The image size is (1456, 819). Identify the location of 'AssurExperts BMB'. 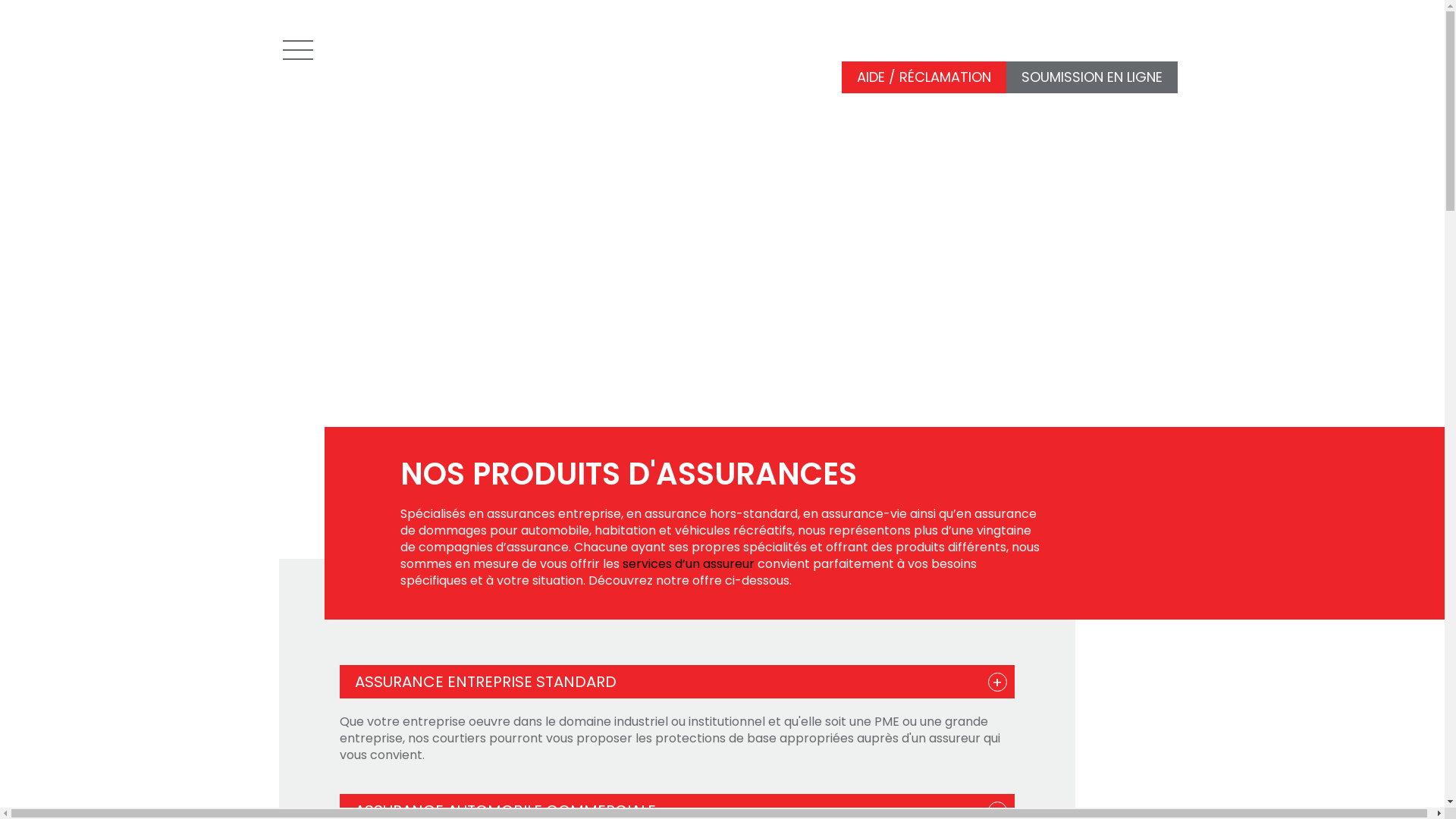
(403, 45).